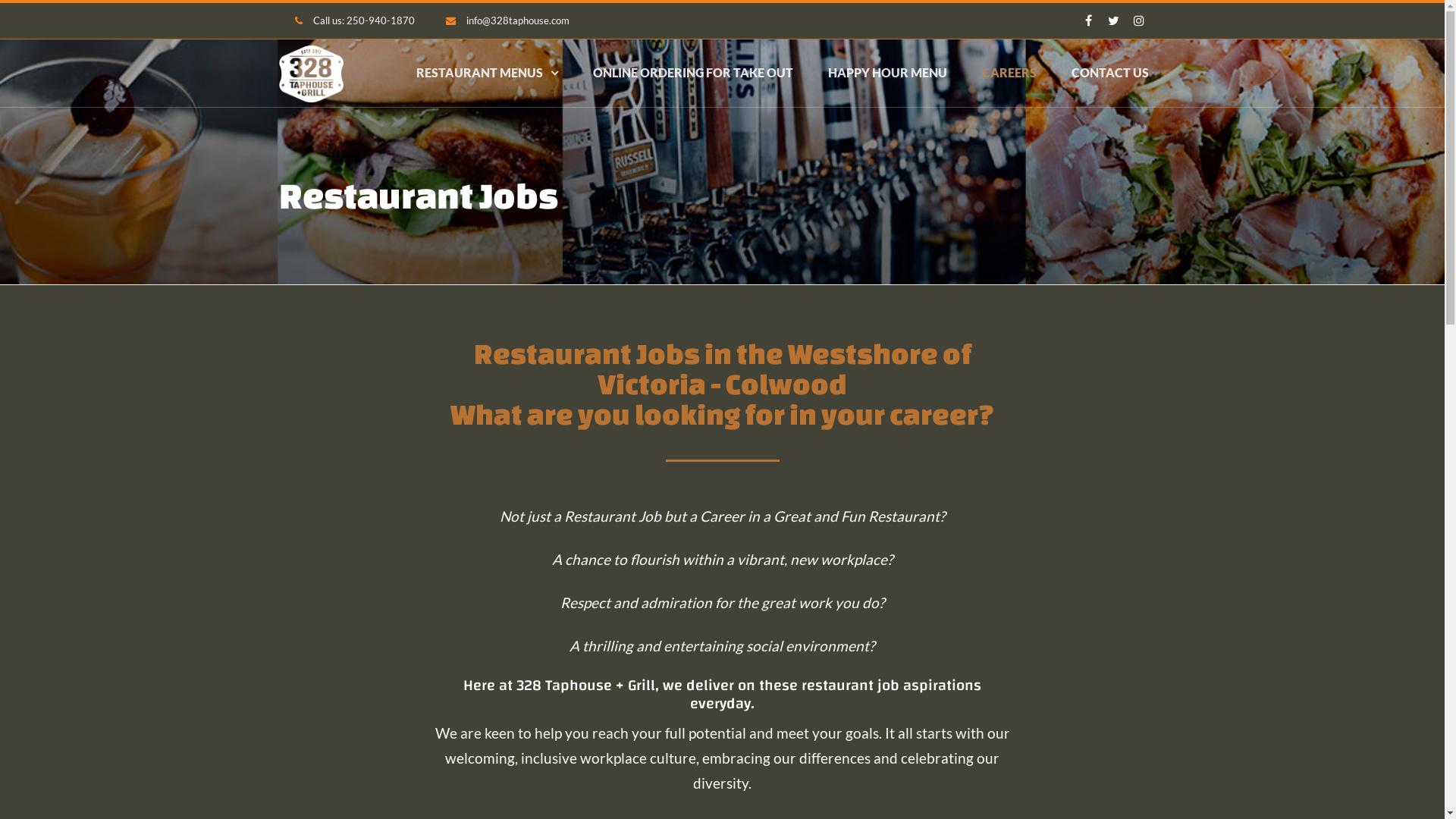 This screenshot has width=1456, height=819. What do you see at coordinates (486, 73) in the screenshot?
I see `'RESTAURANT MENUS'` at bounding box center [486, 73].